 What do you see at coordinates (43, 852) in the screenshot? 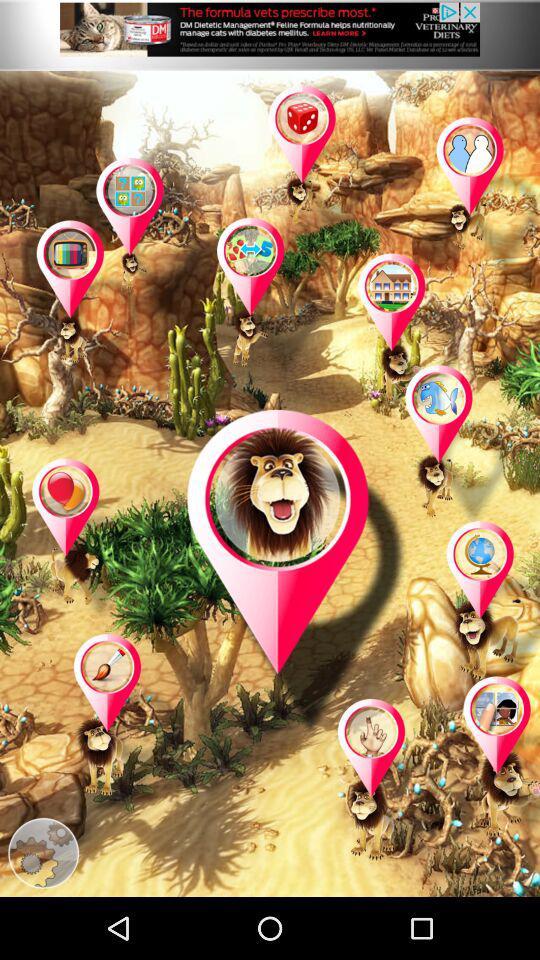
I see `change app settings` at bounding box center [43, 852].